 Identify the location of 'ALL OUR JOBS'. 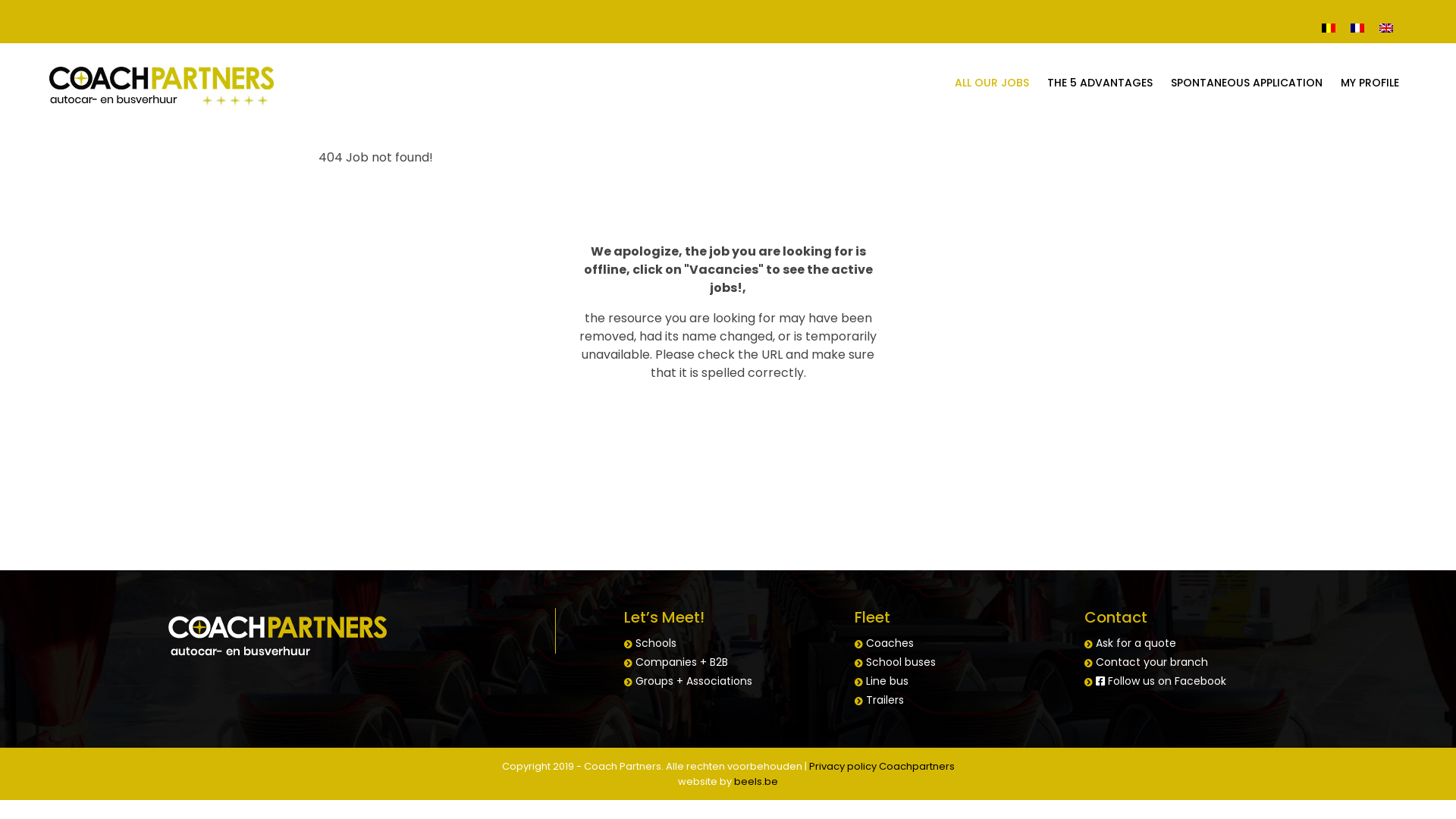
(992, 82).